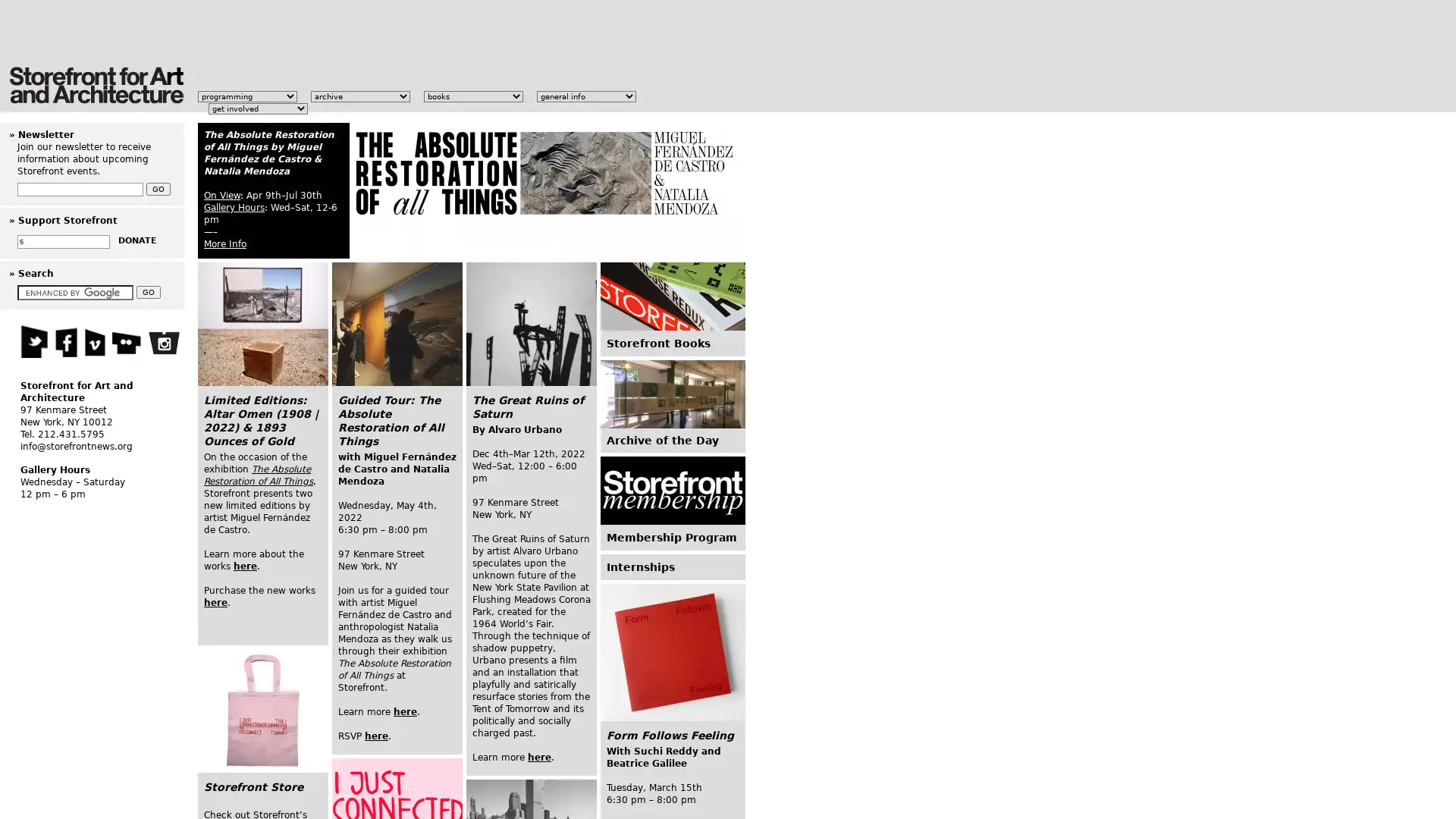 This screenshot has width=1456, height=819. What do you see at coordinates (149, 292) in the screenshot?
I see `GO` at bounding box center [149, 292].